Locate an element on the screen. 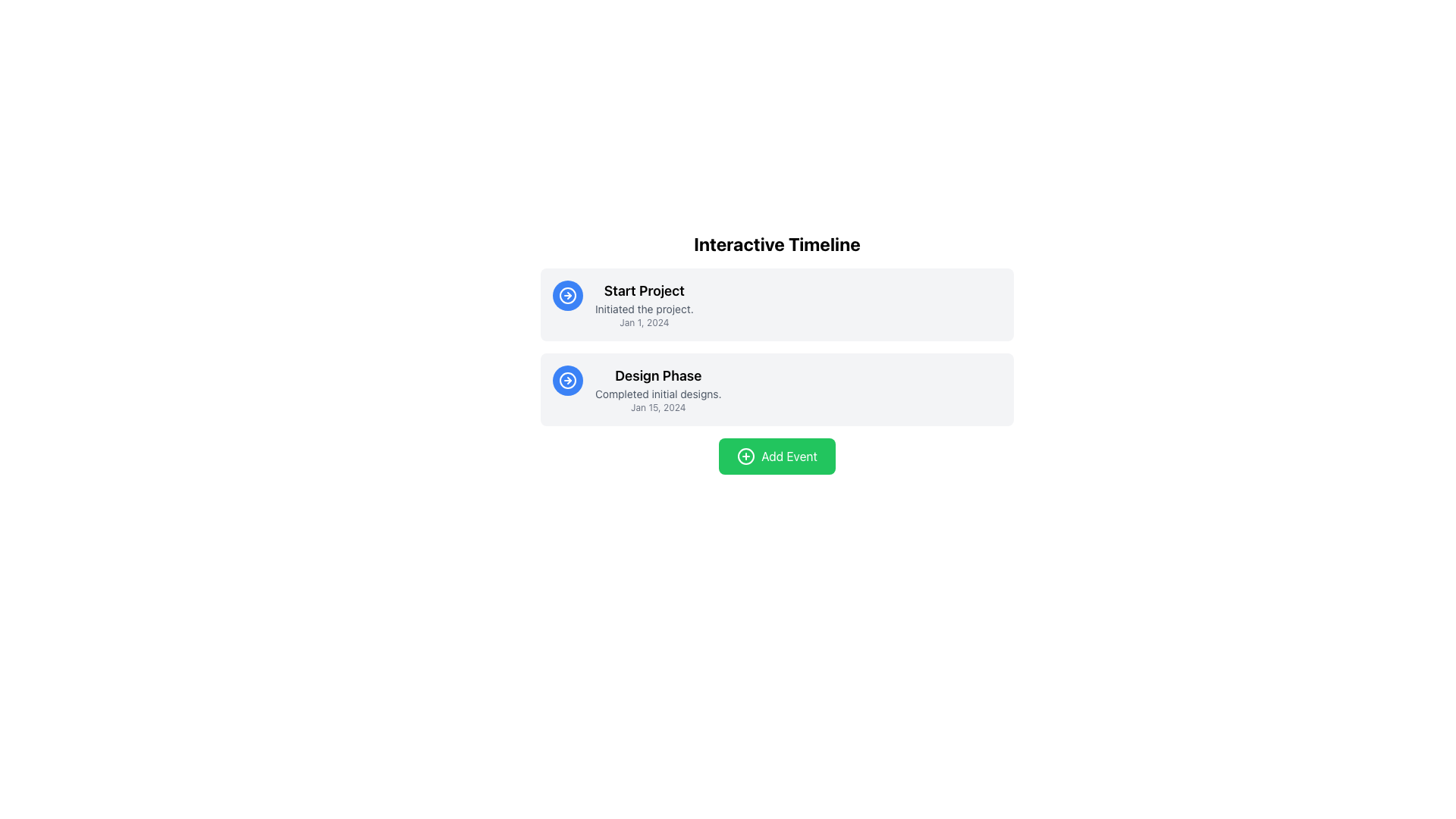  the circular blue icon with a rightward arrow in white, encircled by a white outline, located in the top-left corner of the first timeline entry labeled 'Start Project' is located at coordinates (566, 379).